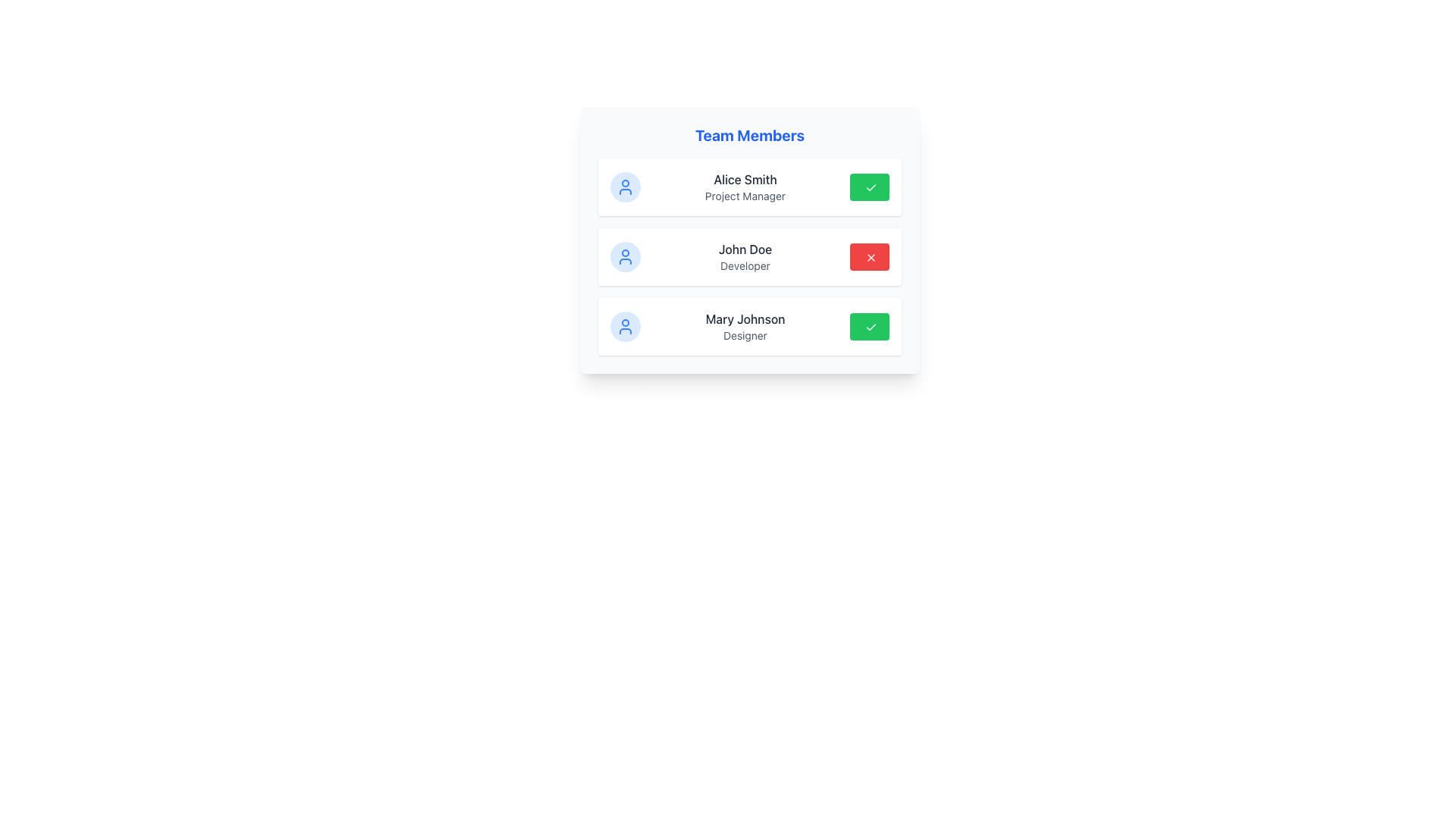  I want to click on the blue user icon with a circular background located near the text 'John Doe' and the label 'Developer', so click(626, 256).